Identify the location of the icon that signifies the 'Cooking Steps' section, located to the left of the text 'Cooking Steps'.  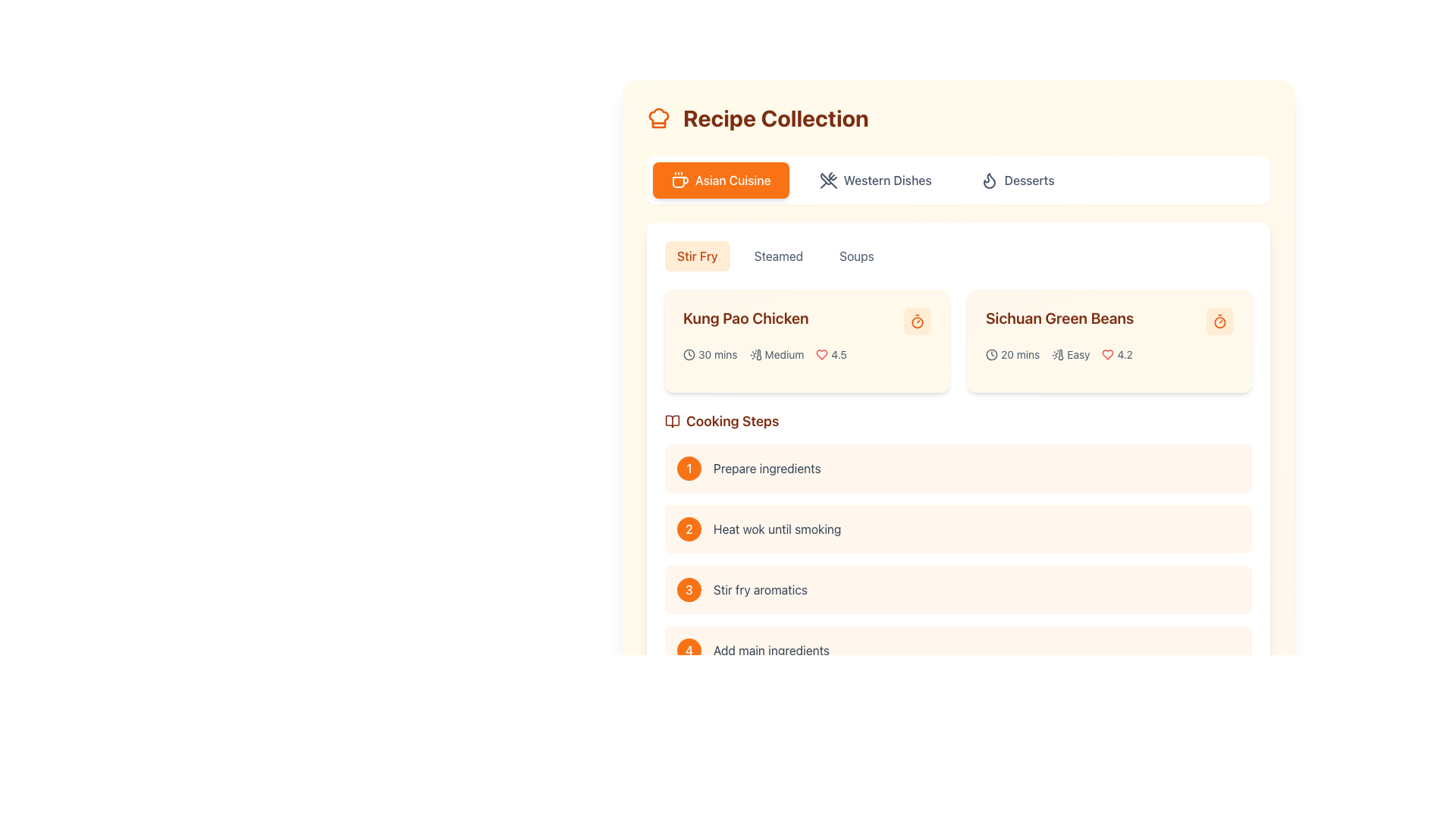
(672, 421).